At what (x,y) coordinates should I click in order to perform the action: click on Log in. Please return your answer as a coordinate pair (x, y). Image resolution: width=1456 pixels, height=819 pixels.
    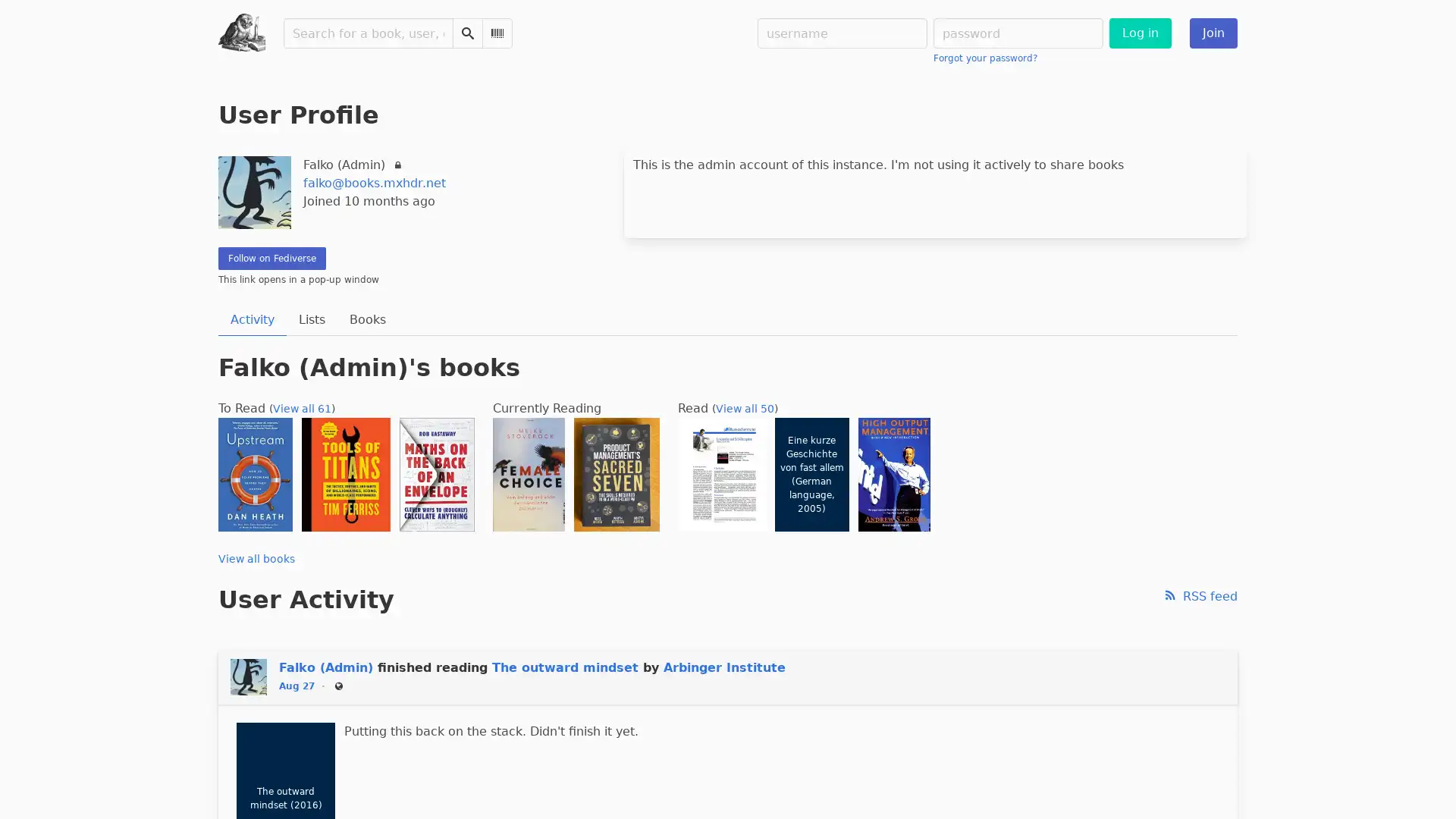
    Looking at the image, I should click on (1140, 33).